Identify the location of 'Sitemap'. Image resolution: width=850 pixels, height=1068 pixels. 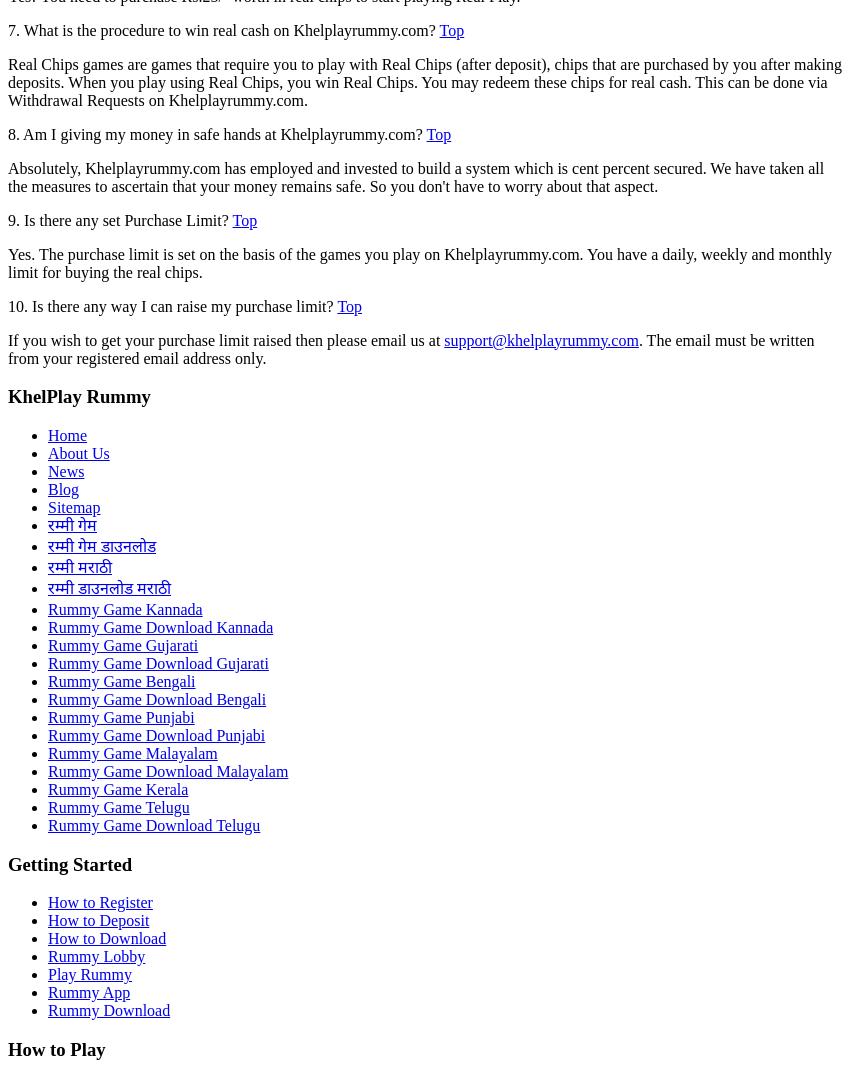
(74, 507).